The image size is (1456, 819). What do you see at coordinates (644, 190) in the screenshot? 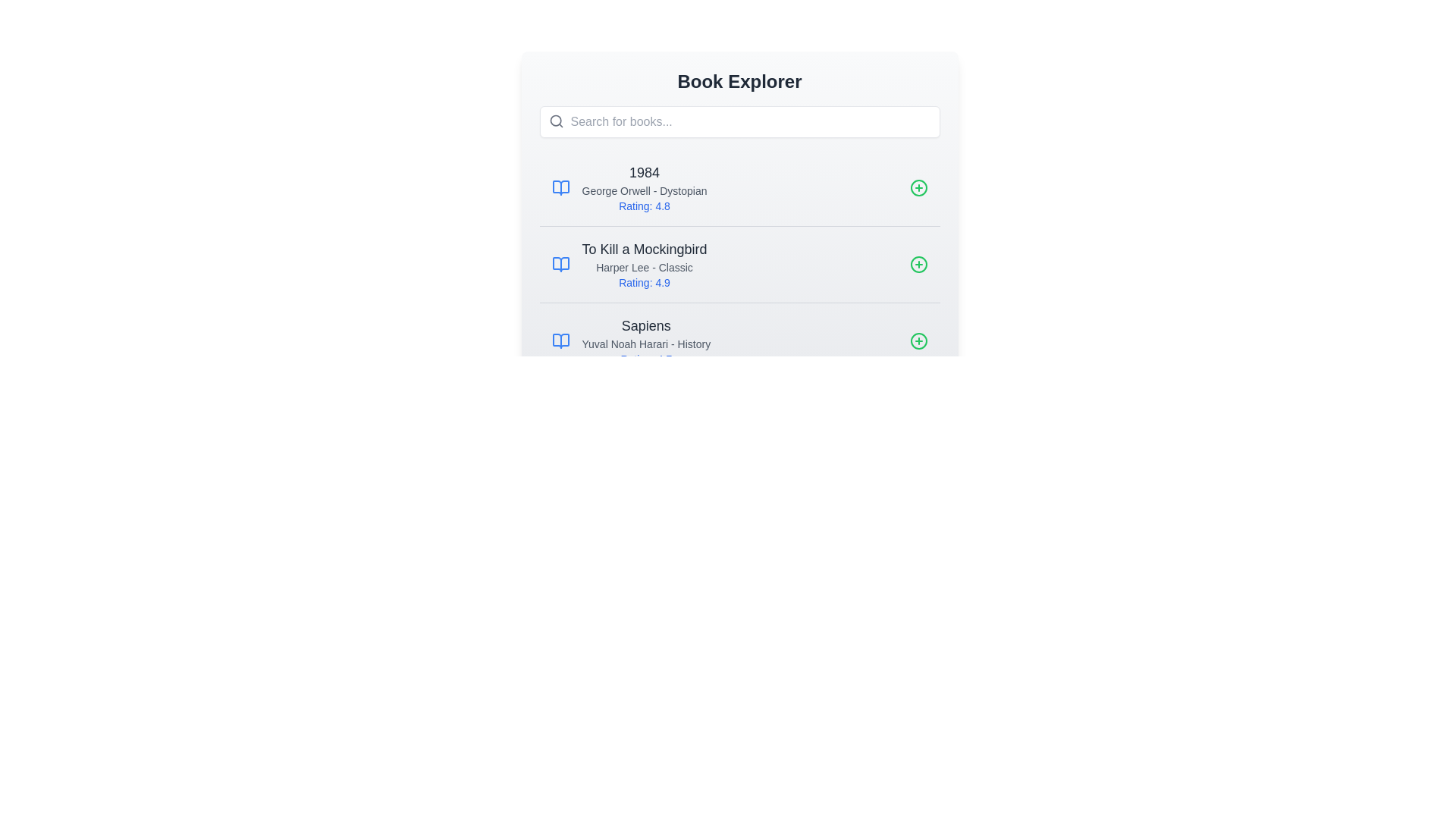
I see `the text label displaying 'George Orwell - Dystopian', which is positioned below '1984' and above 'Rating: 4.8'` at bounding box center [644, 190].